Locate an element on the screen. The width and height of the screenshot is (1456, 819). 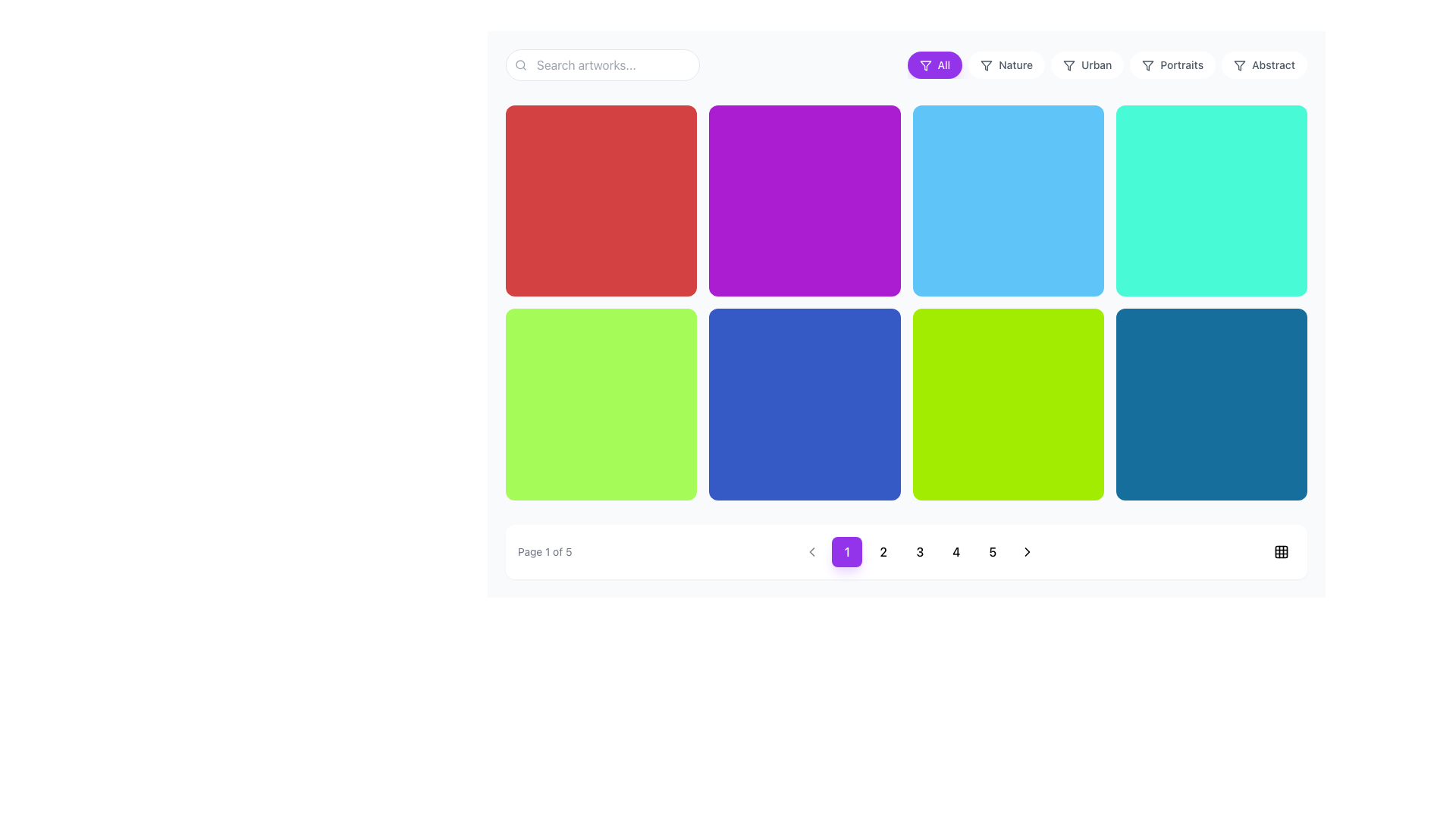
the right-pointing chevron icon located in the pagination section is located at coordinates (1028, 551).